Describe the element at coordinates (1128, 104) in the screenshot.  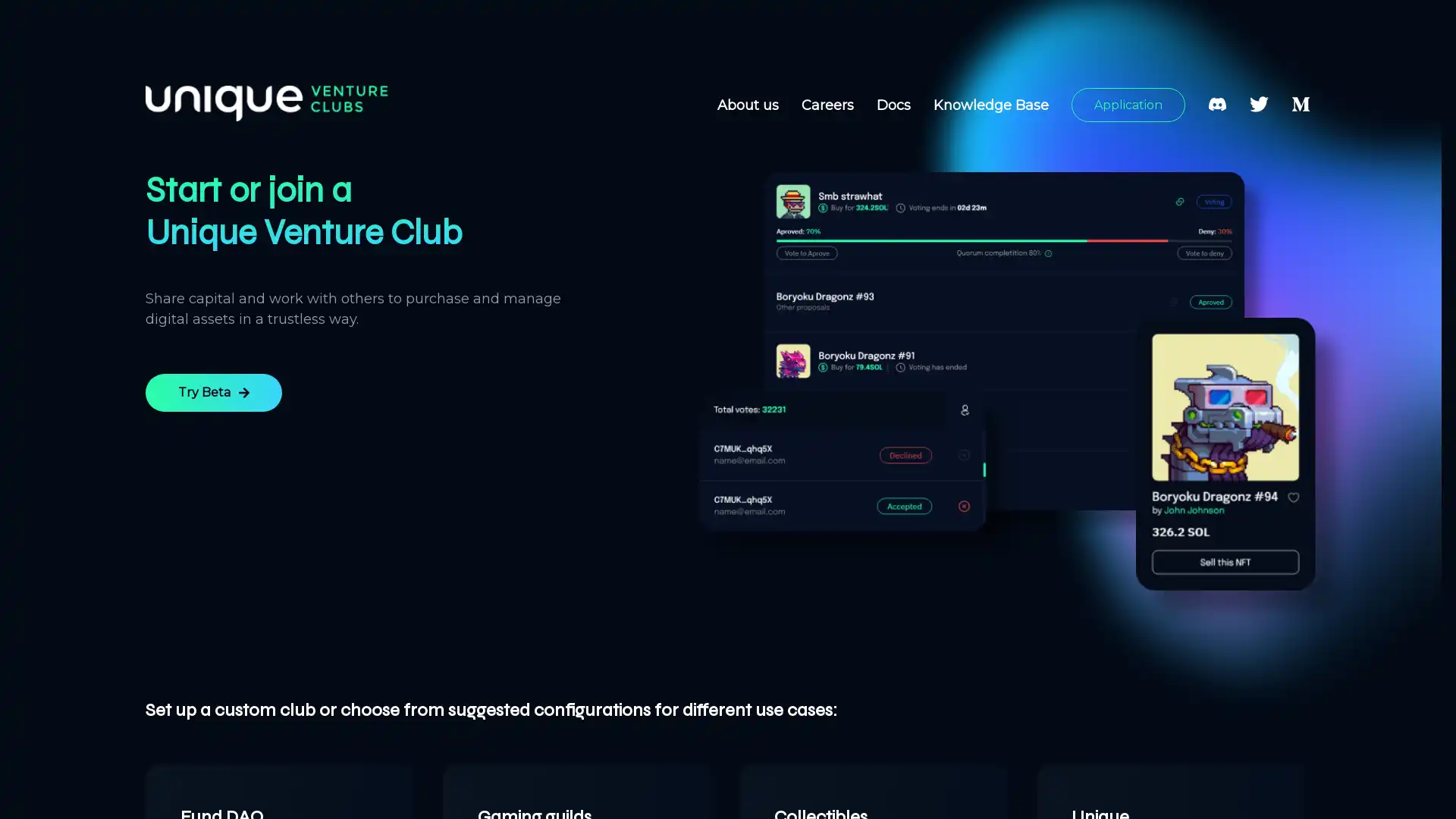
I see `Application` at that location.